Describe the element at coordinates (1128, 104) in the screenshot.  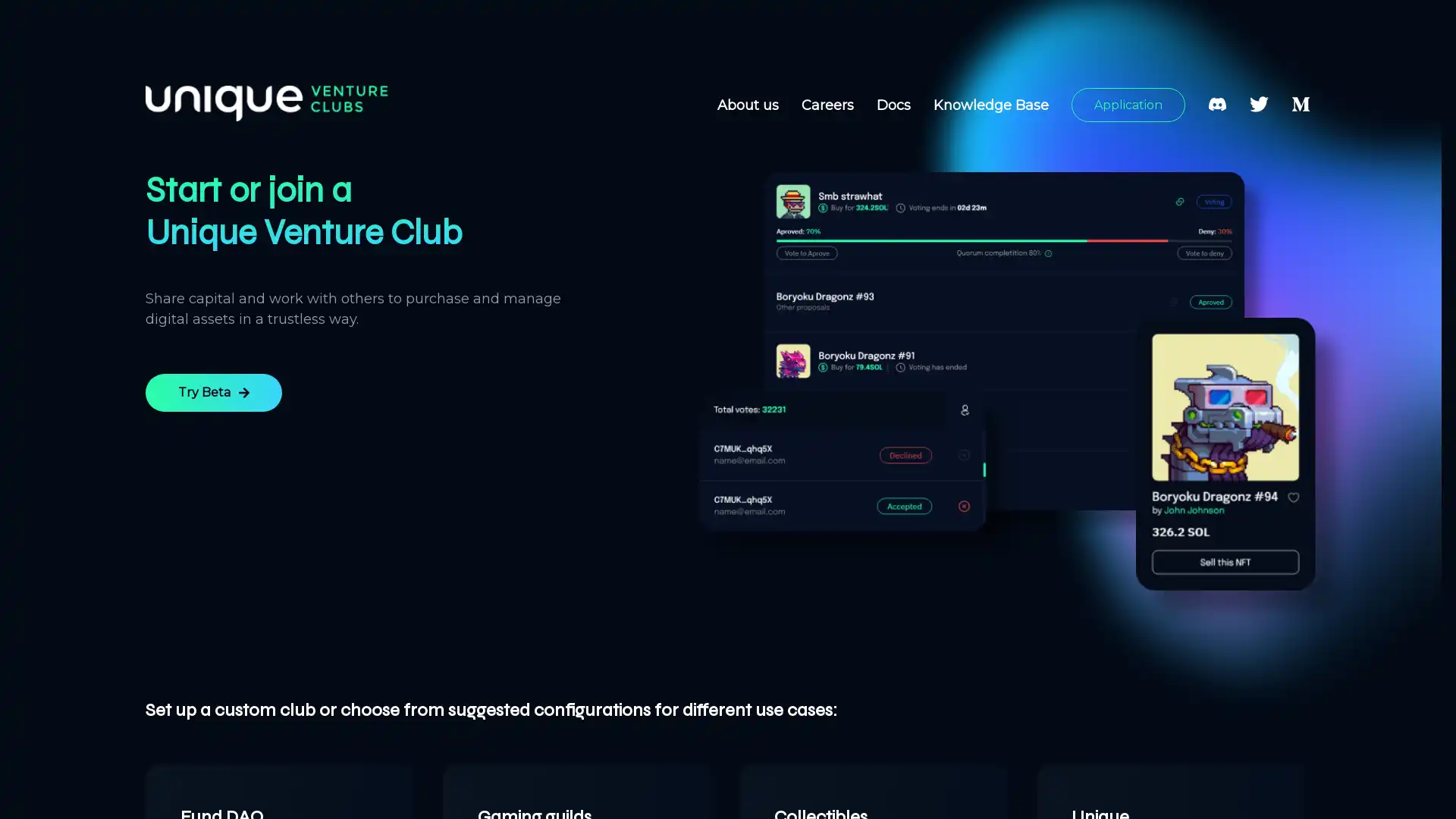
I see `Application` at that location.